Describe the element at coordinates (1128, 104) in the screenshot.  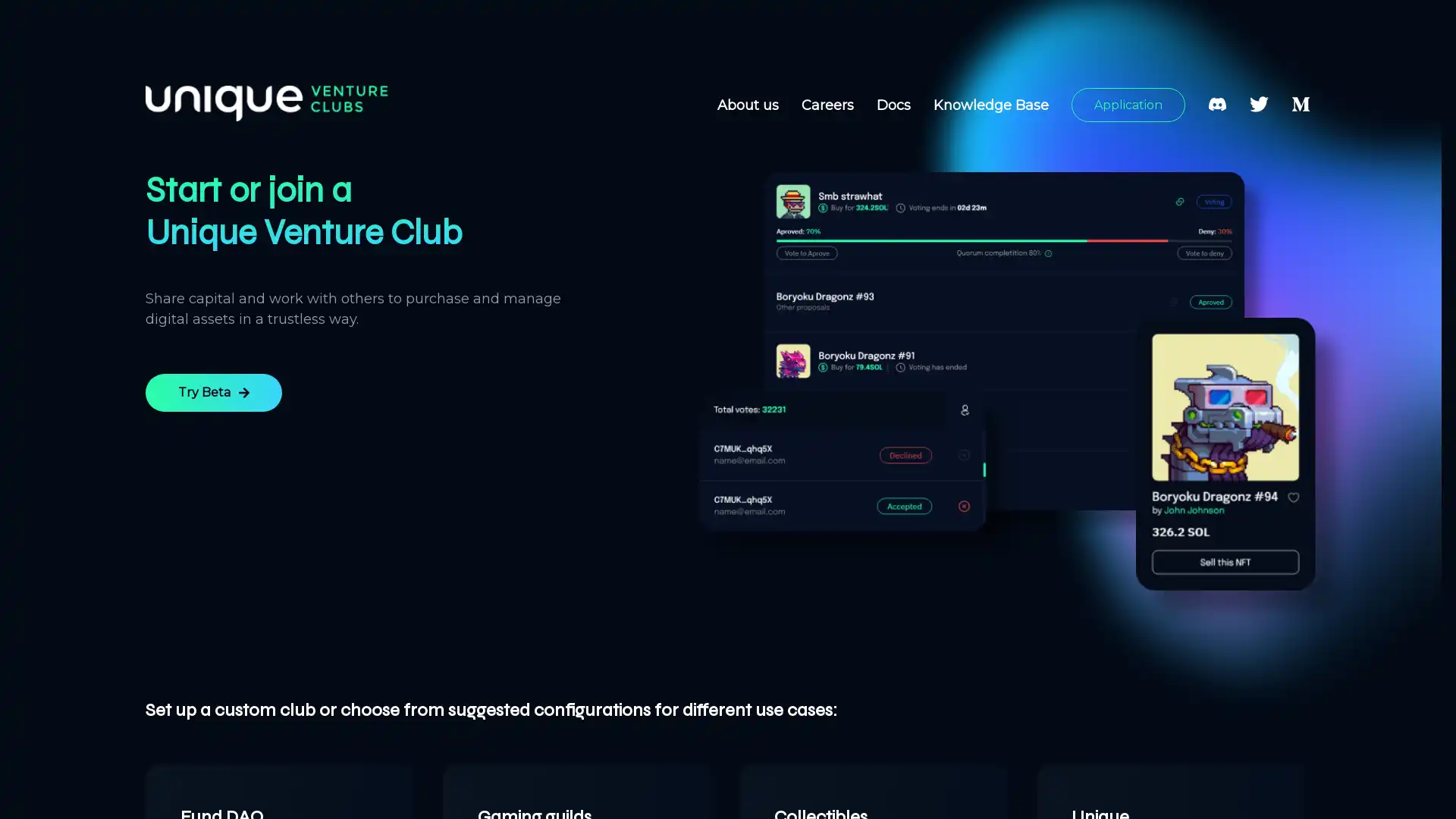
I see `Application` at that location.